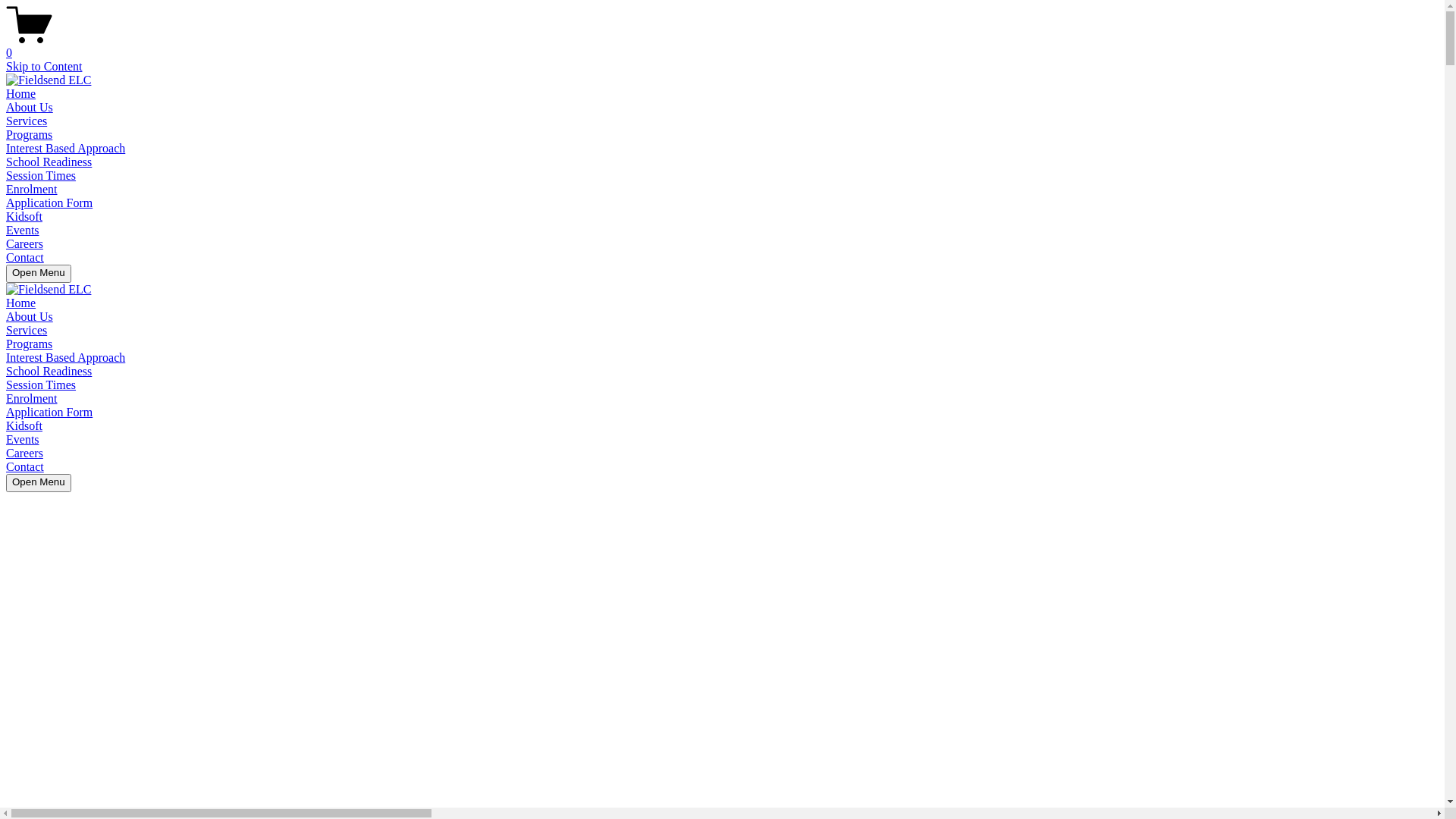 The image size is (1456, 819). What do you see at coordinates (20, 303) in the screenshot?
I see `'Home'` at bounding box center [20, 303].